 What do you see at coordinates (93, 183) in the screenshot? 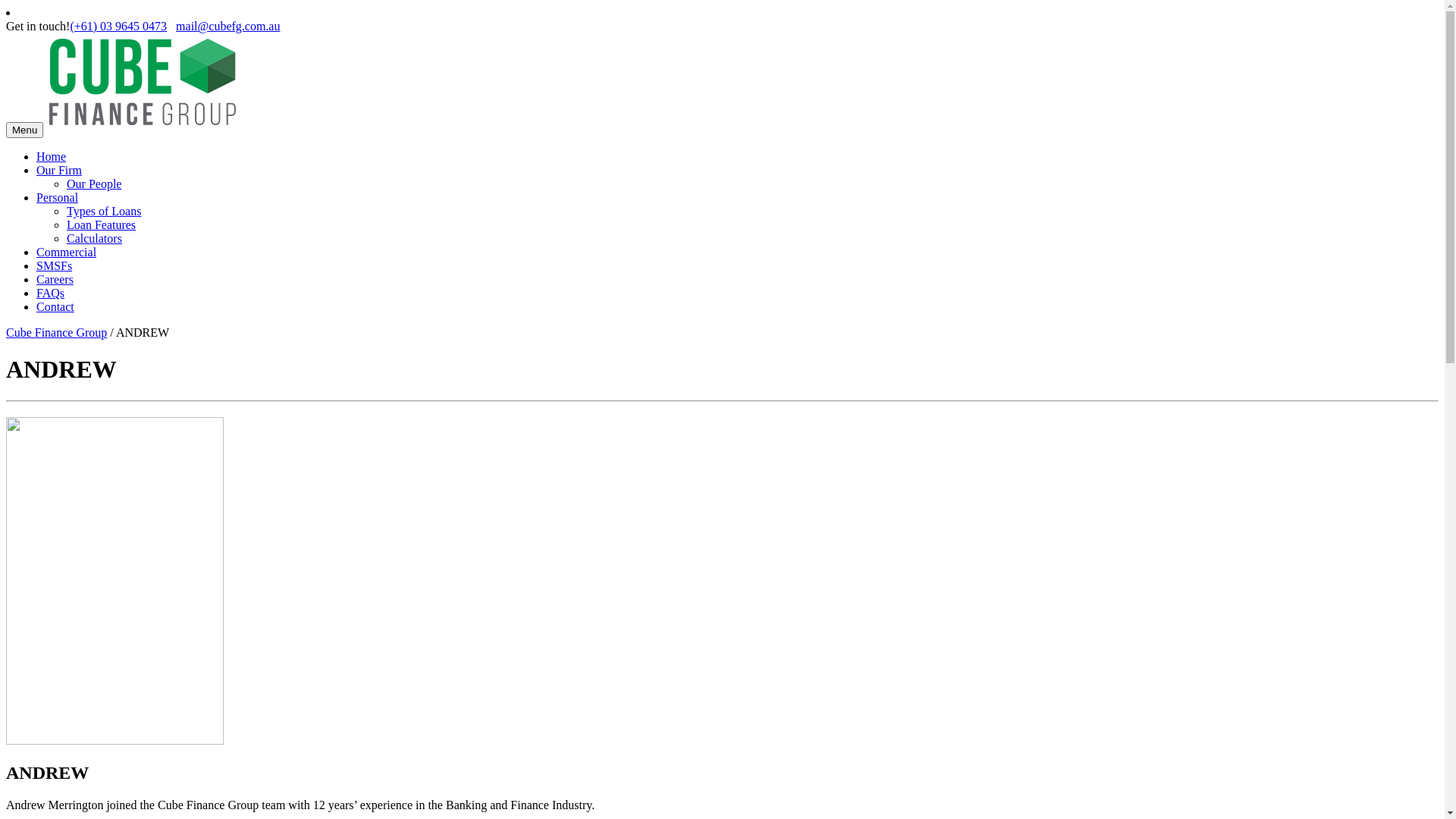
I see `'Our People'` at bounding box center [93, 183].